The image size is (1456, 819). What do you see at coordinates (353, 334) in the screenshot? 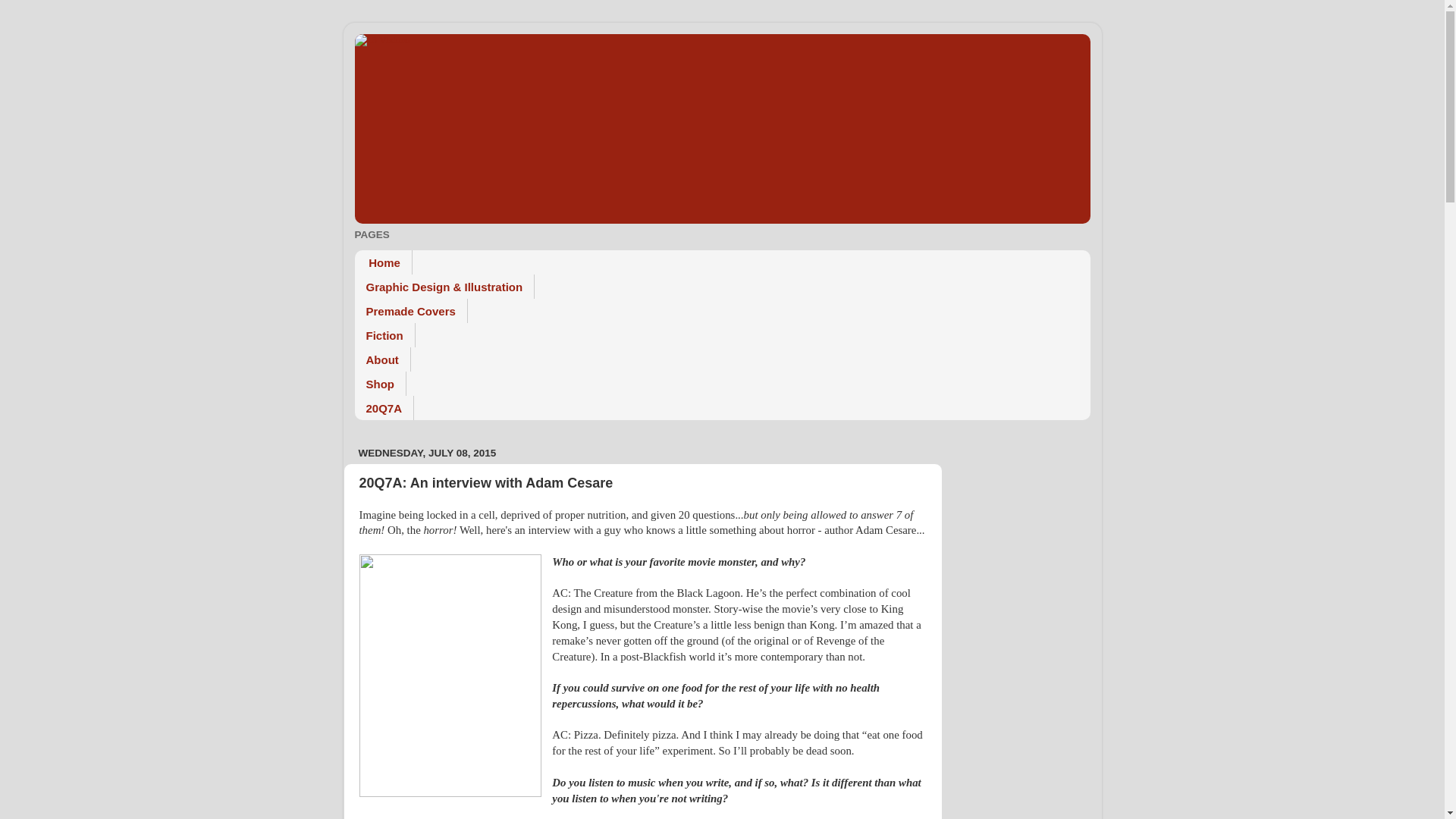
I see `'Fiction'` at bounding box center [353, 334].